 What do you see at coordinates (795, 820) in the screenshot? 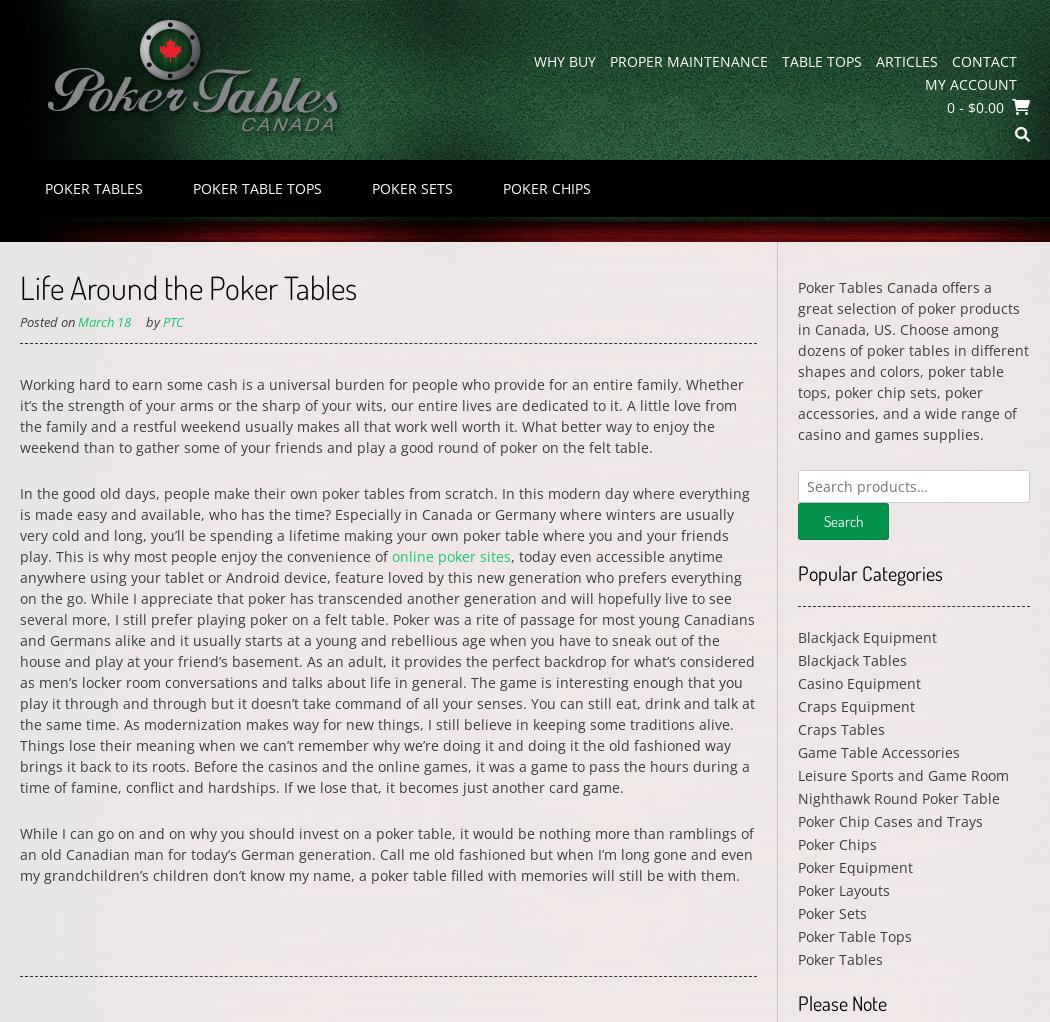
I see `'Poker Chip Cases and Trays'` at bounding box center [795, 820].